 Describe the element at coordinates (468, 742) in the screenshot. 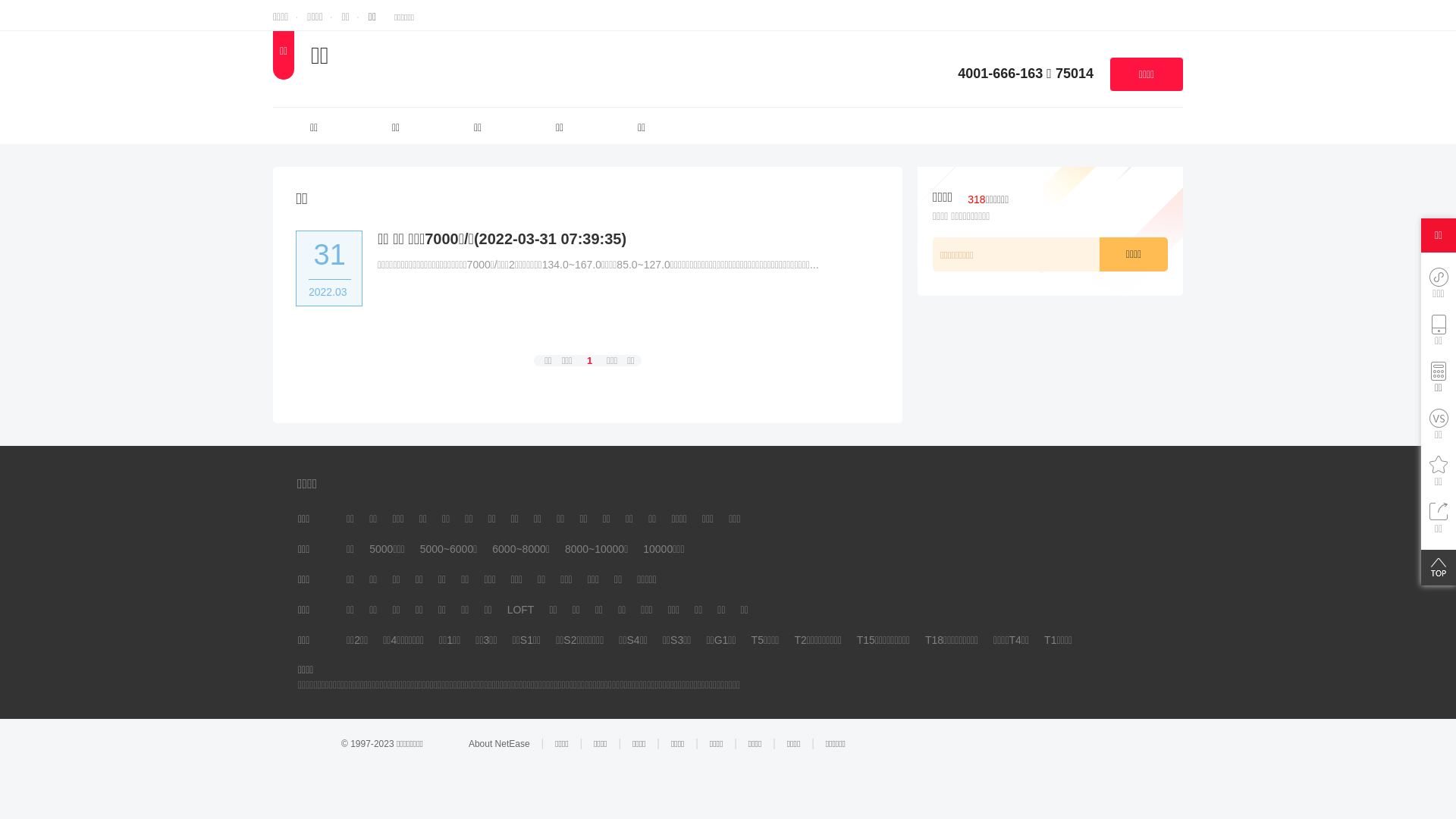

I see `'About NetEase'` at that location.